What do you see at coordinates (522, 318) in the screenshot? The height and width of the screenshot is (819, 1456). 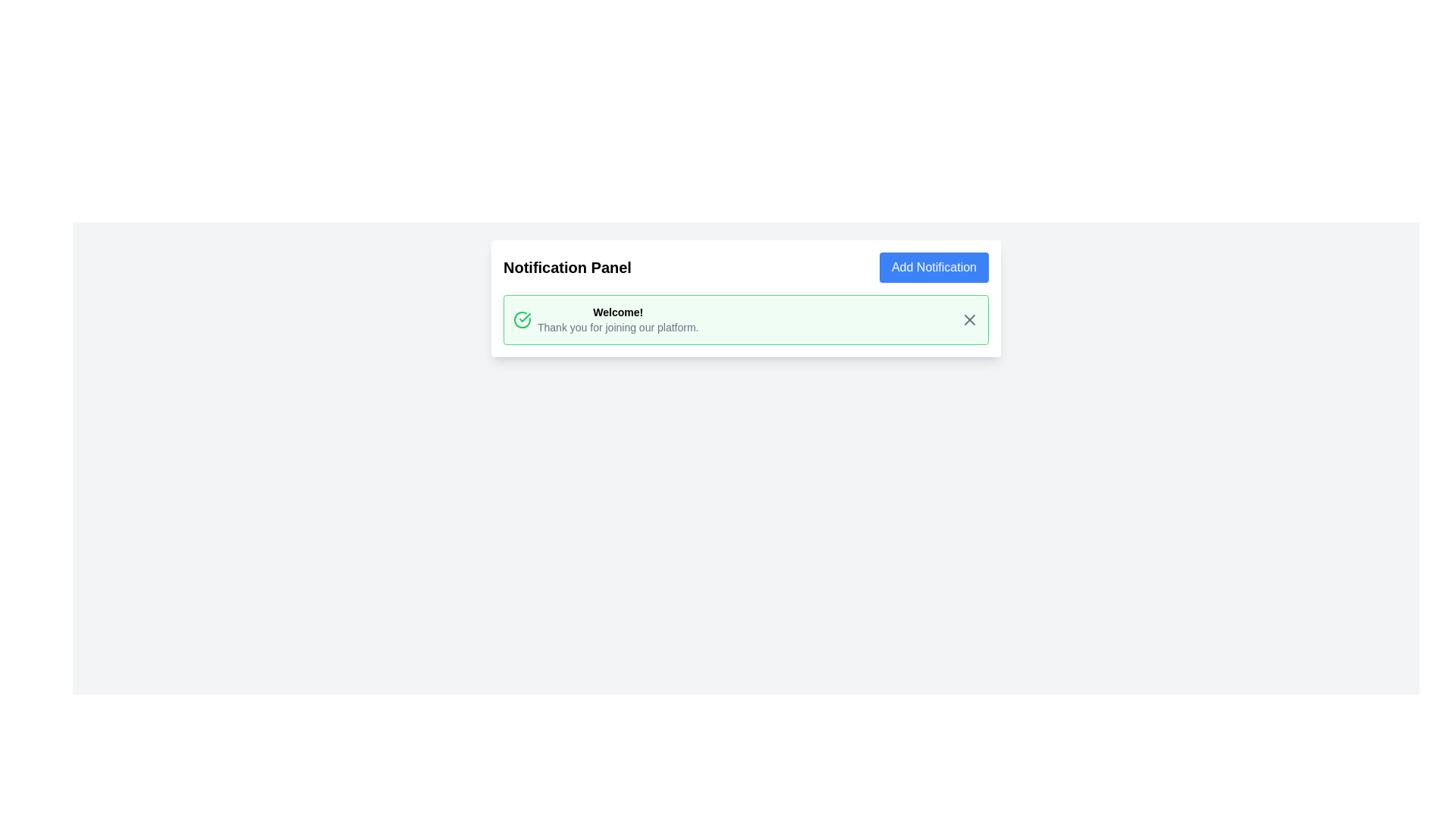 I see `the confirmation icon located to the left of the text 'Welcome!' in the notification card` at bounding box center [522, 318].